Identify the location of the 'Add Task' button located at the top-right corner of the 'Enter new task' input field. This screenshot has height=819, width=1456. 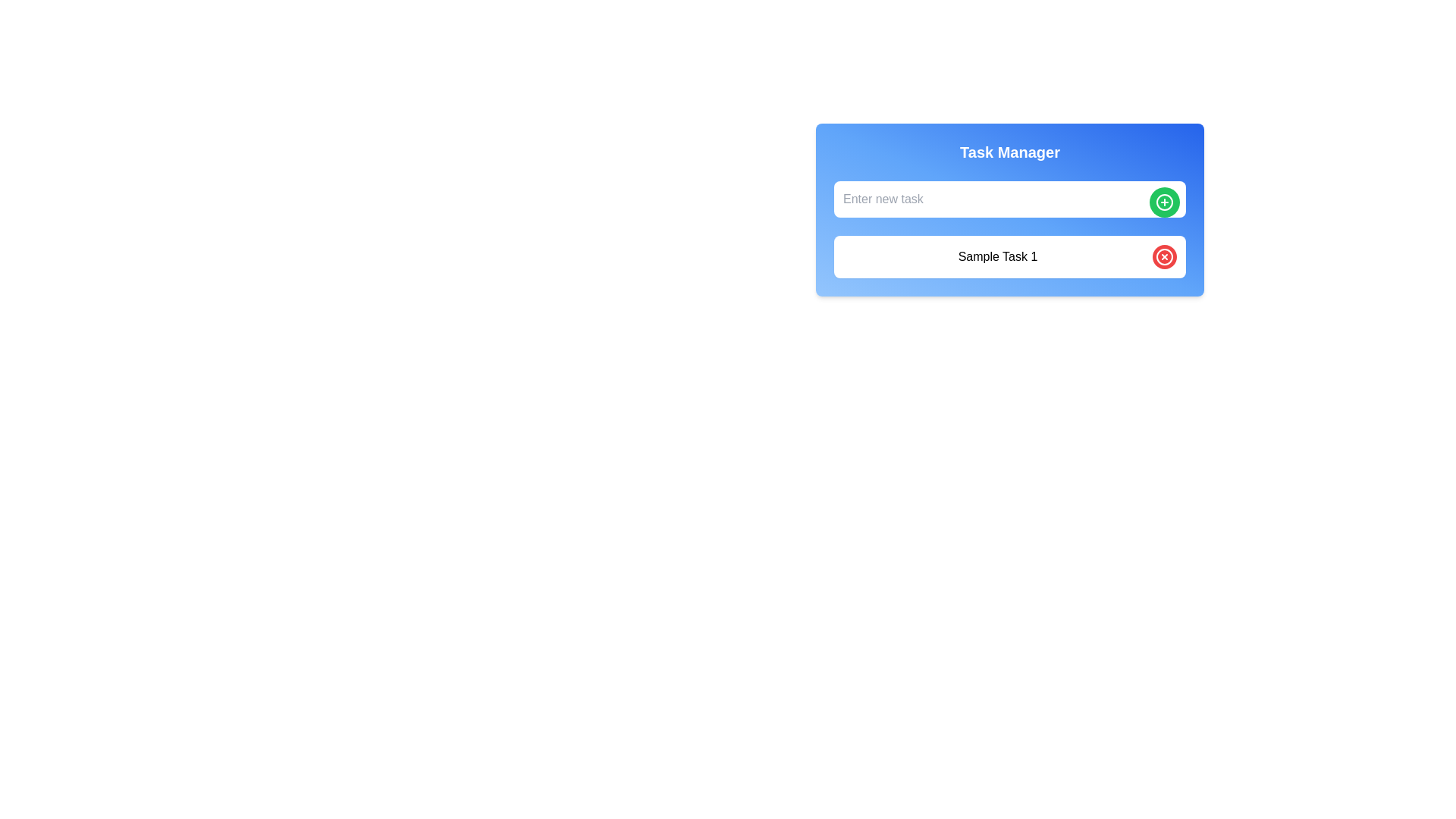
(1164, 201).